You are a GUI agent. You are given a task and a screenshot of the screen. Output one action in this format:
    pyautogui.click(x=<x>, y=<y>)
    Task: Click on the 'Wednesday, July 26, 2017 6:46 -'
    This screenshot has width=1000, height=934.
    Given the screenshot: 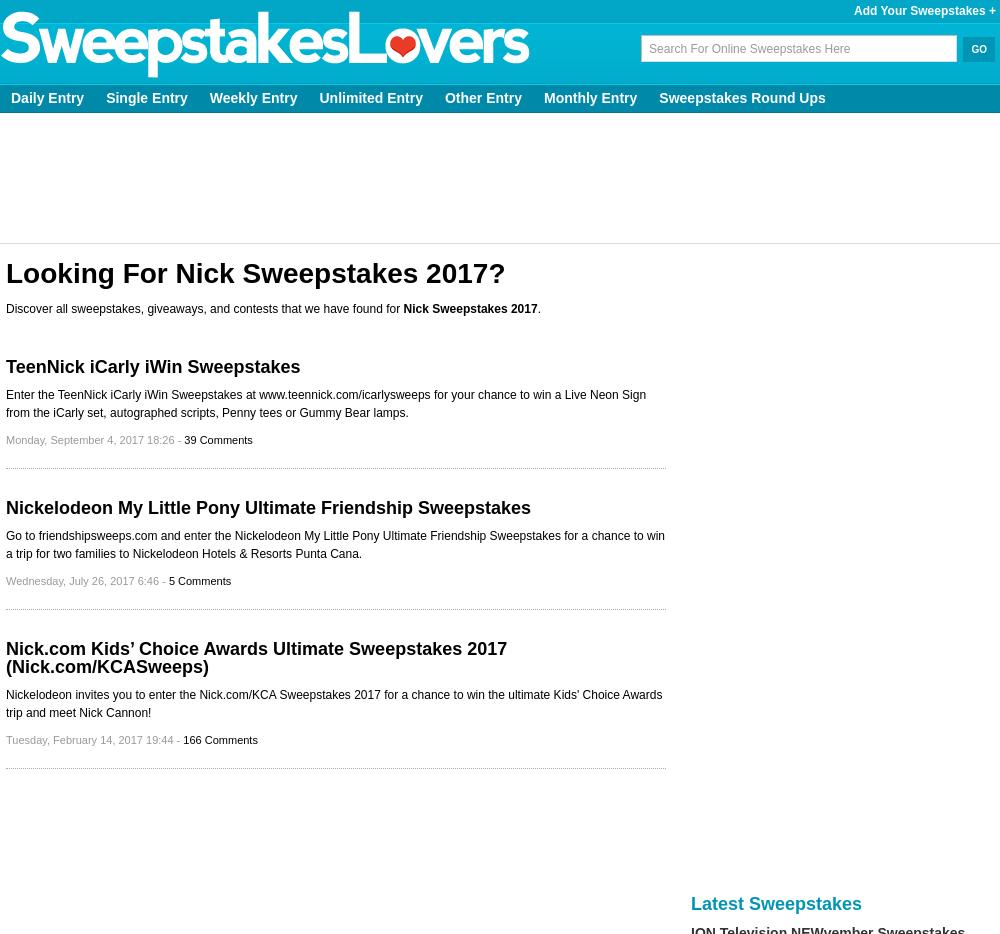 What is the action you would take?
    pyautogui.click(x=86, y=580)
    